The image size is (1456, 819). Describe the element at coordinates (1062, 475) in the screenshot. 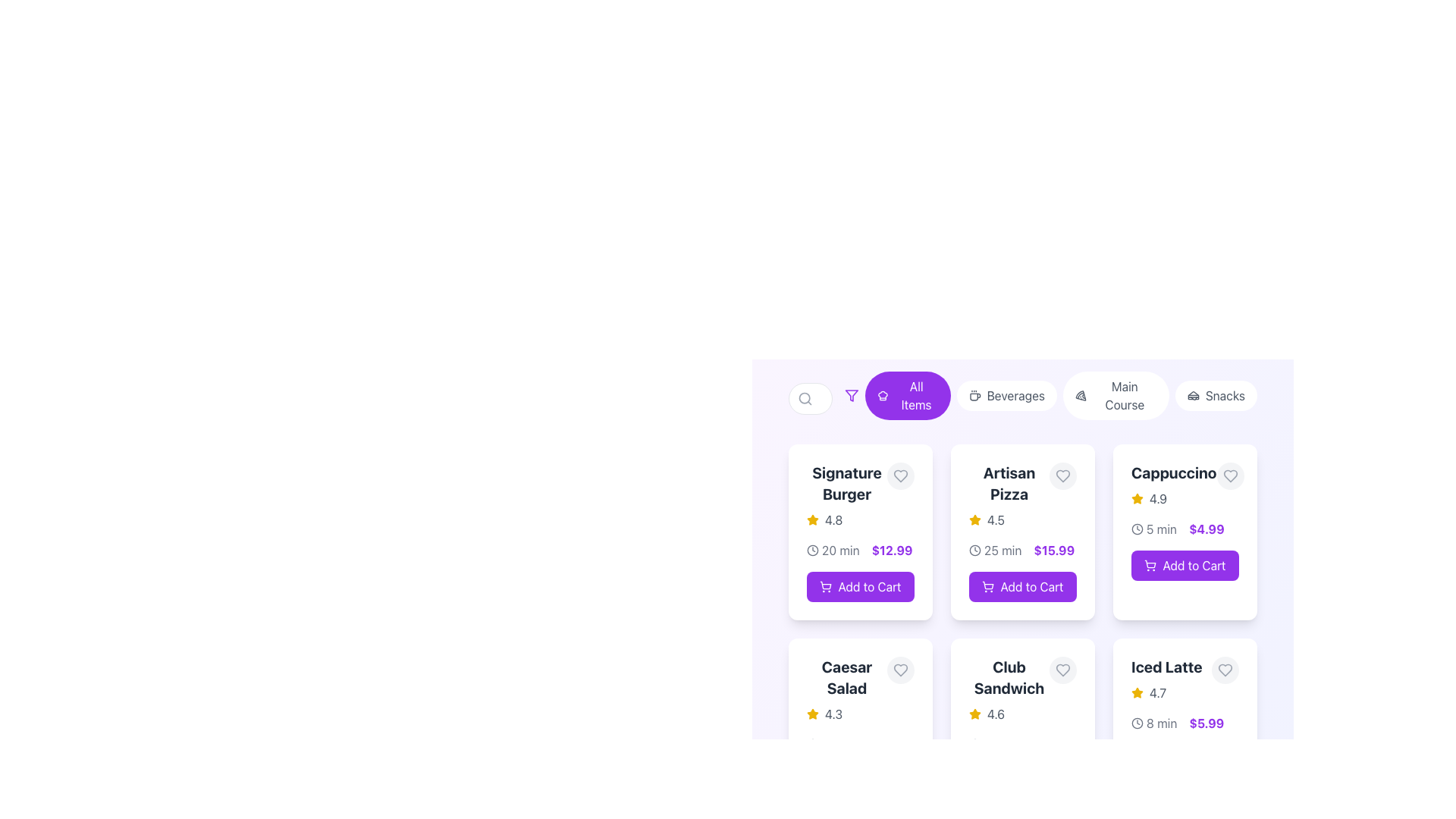

I see `the favorite button icon located in the top-right corner of the 'Artisan Pizza' card in the second row of displayed items` at that location.